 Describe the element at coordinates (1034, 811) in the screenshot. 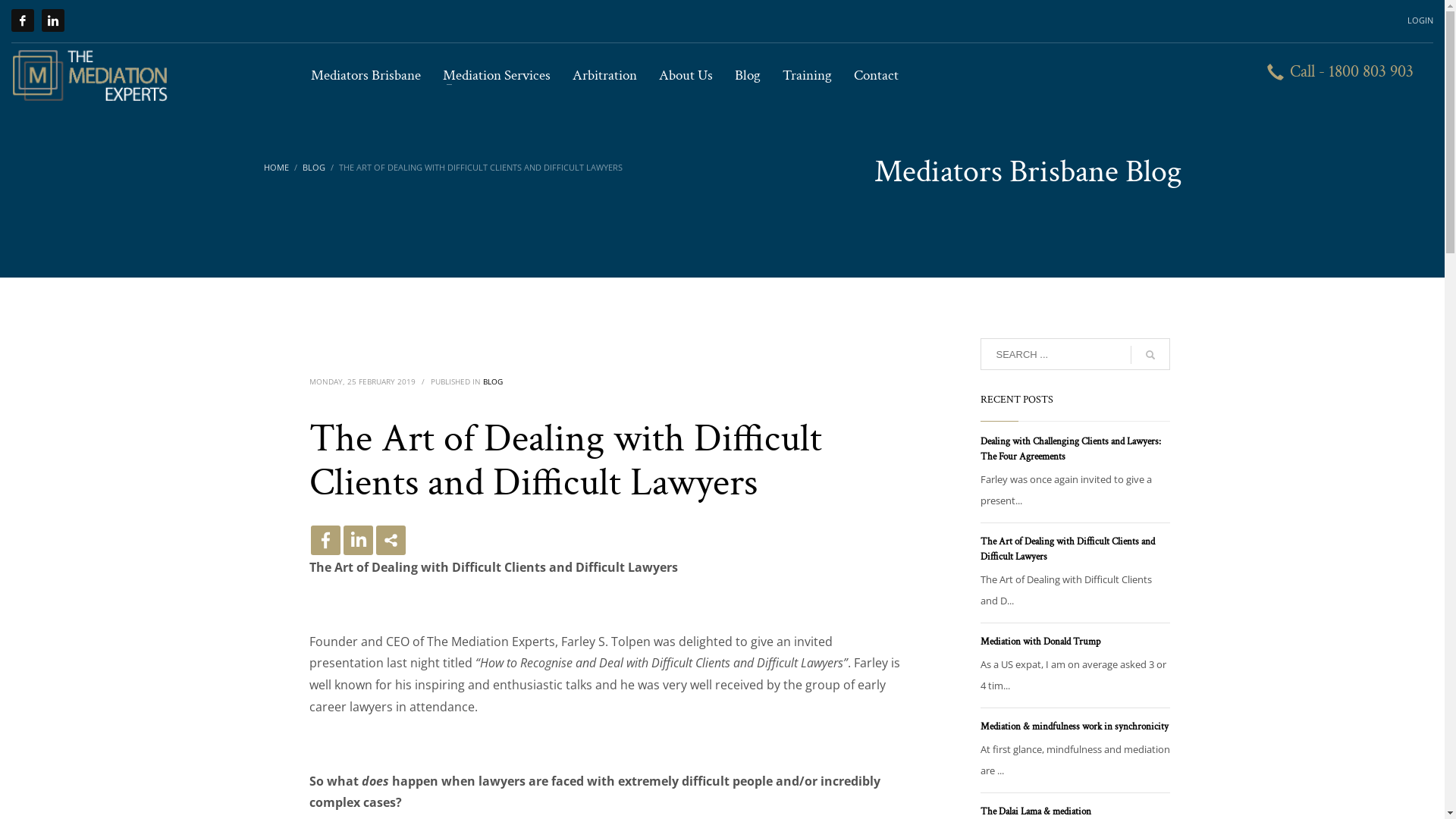

I see `'The Dalai Lama & mediation'` at that location.